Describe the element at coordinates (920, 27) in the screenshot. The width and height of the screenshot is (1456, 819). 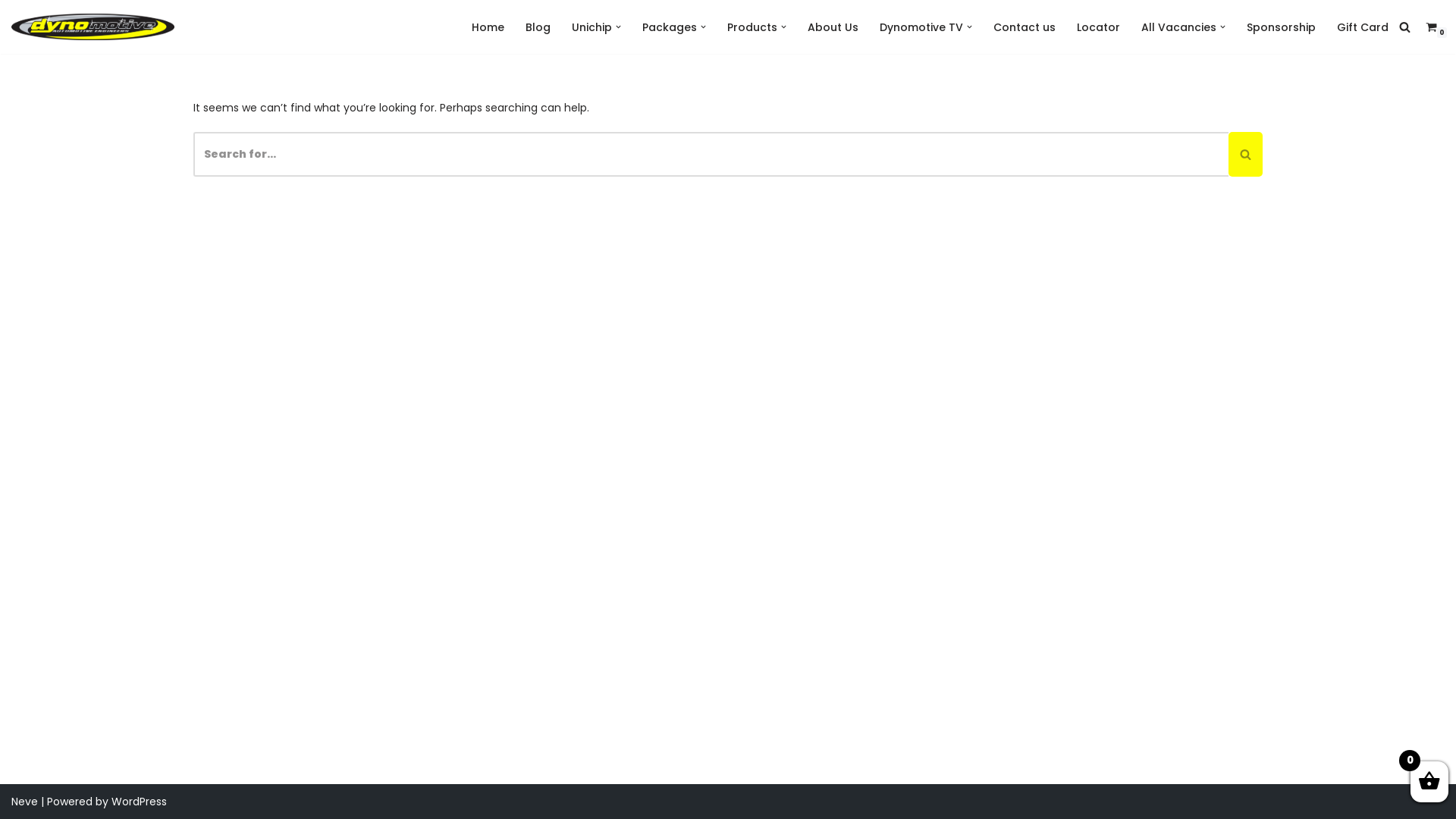
I see `'Dynomotive TV'` at that location.